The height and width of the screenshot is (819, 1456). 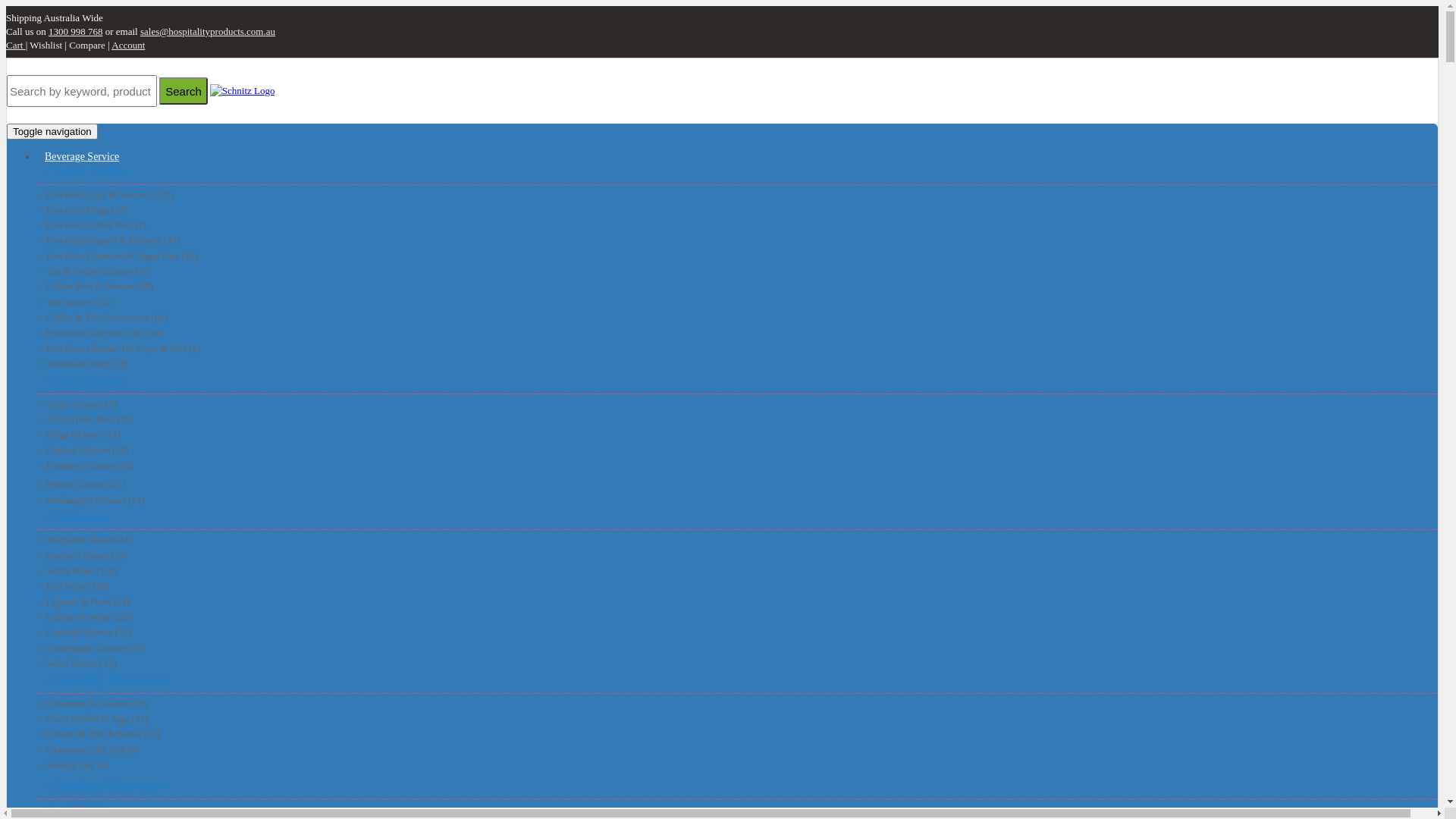 I want to click on 'Beverage Service', so click(x=80, y=155).